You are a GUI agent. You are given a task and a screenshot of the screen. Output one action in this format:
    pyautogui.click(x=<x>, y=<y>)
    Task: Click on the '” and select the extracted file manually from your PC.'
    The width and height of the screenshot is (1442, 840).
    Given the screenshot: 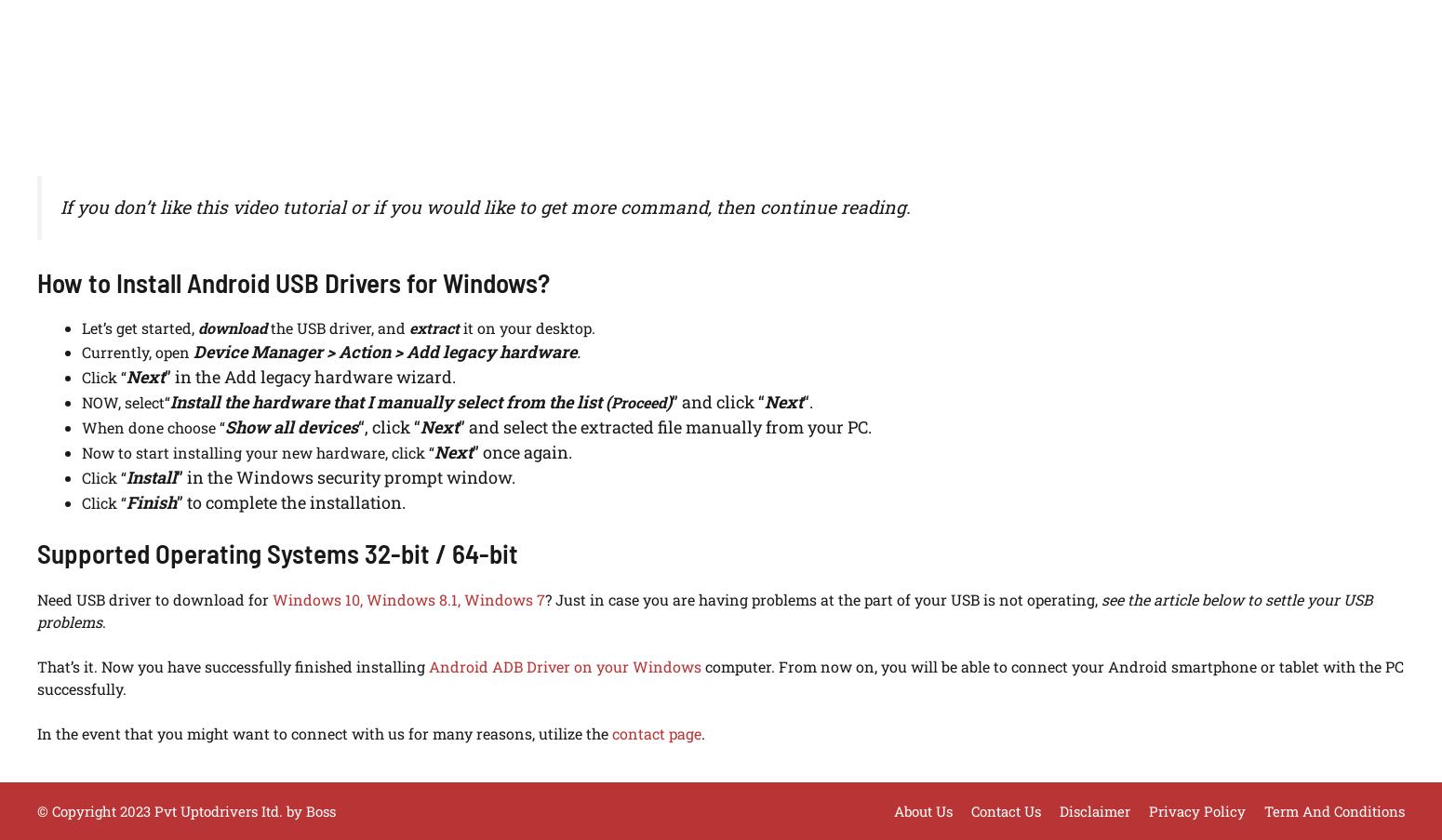 What is the action you would take?
    pyautogui.click(x=665, y=426)
    